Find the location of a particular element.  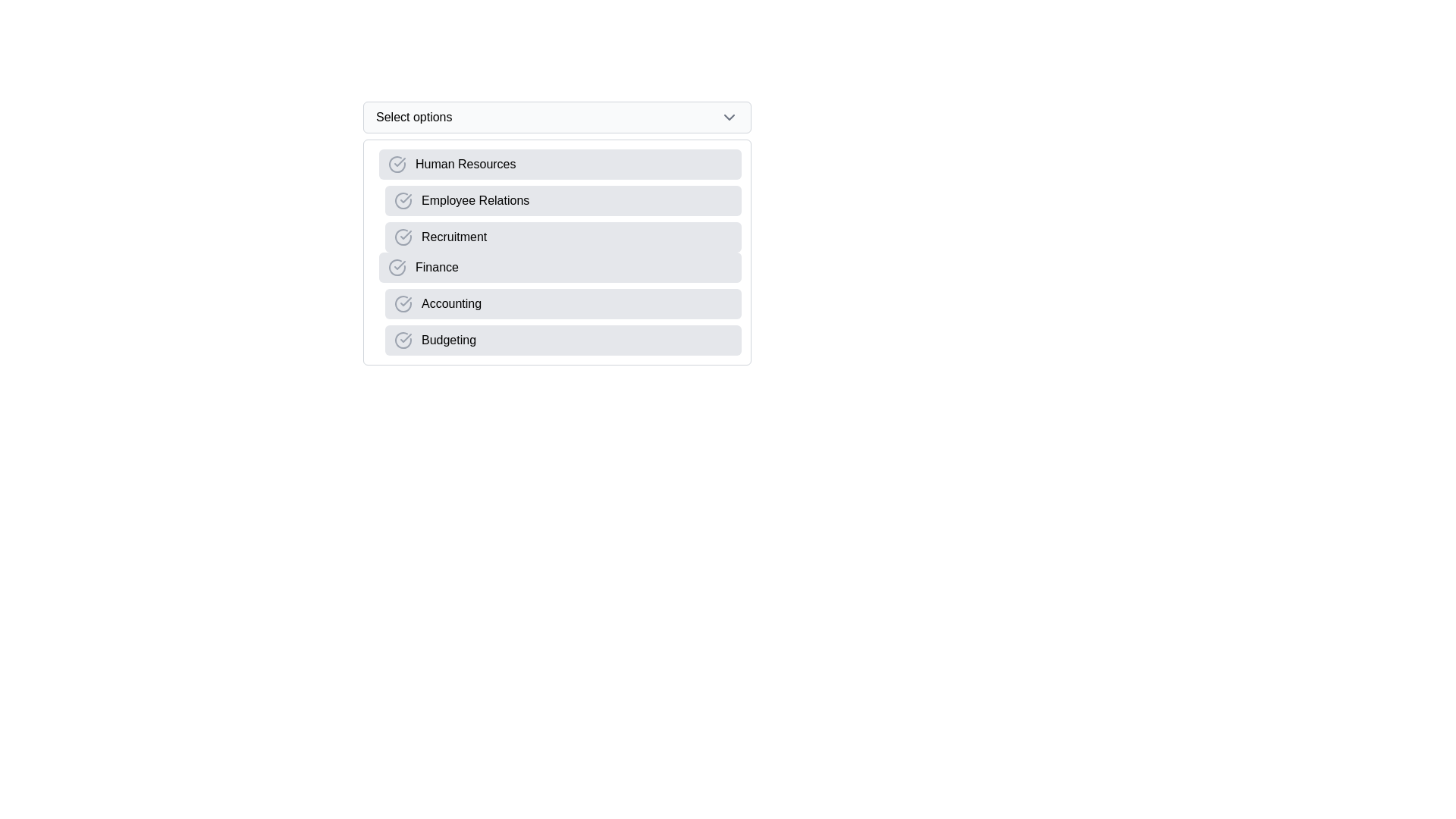

the checkmark inside a circle icon that represents confirmation or selection, located in the middle-right section of the interface is located at coordinates (406, 337).